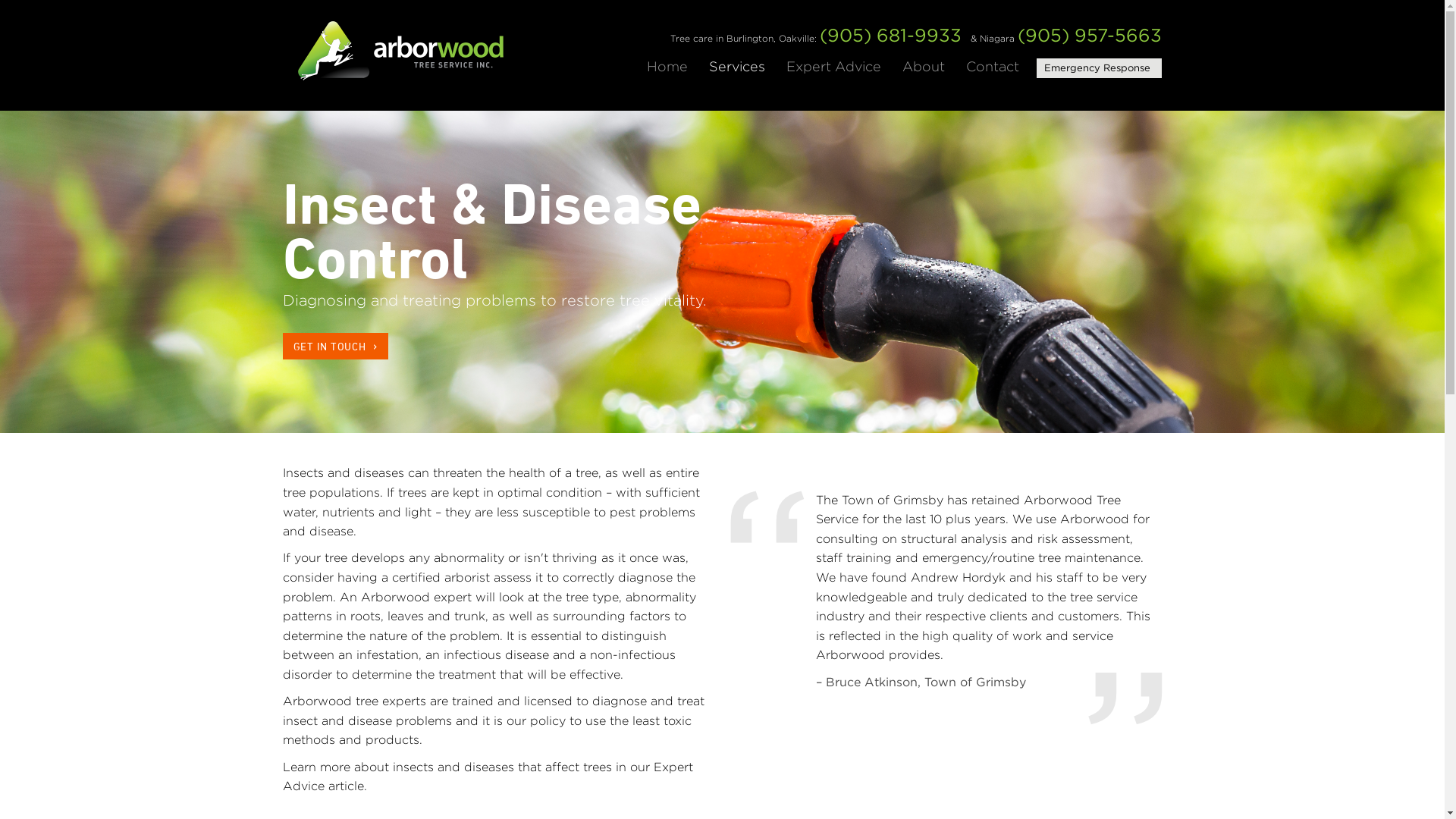 This screenshot has height=819, width=1456. What do you see at coordinates (1088, 34) in the screenshot?
I see `'(905) 957-5663'` at bounding box center [1088, 34].